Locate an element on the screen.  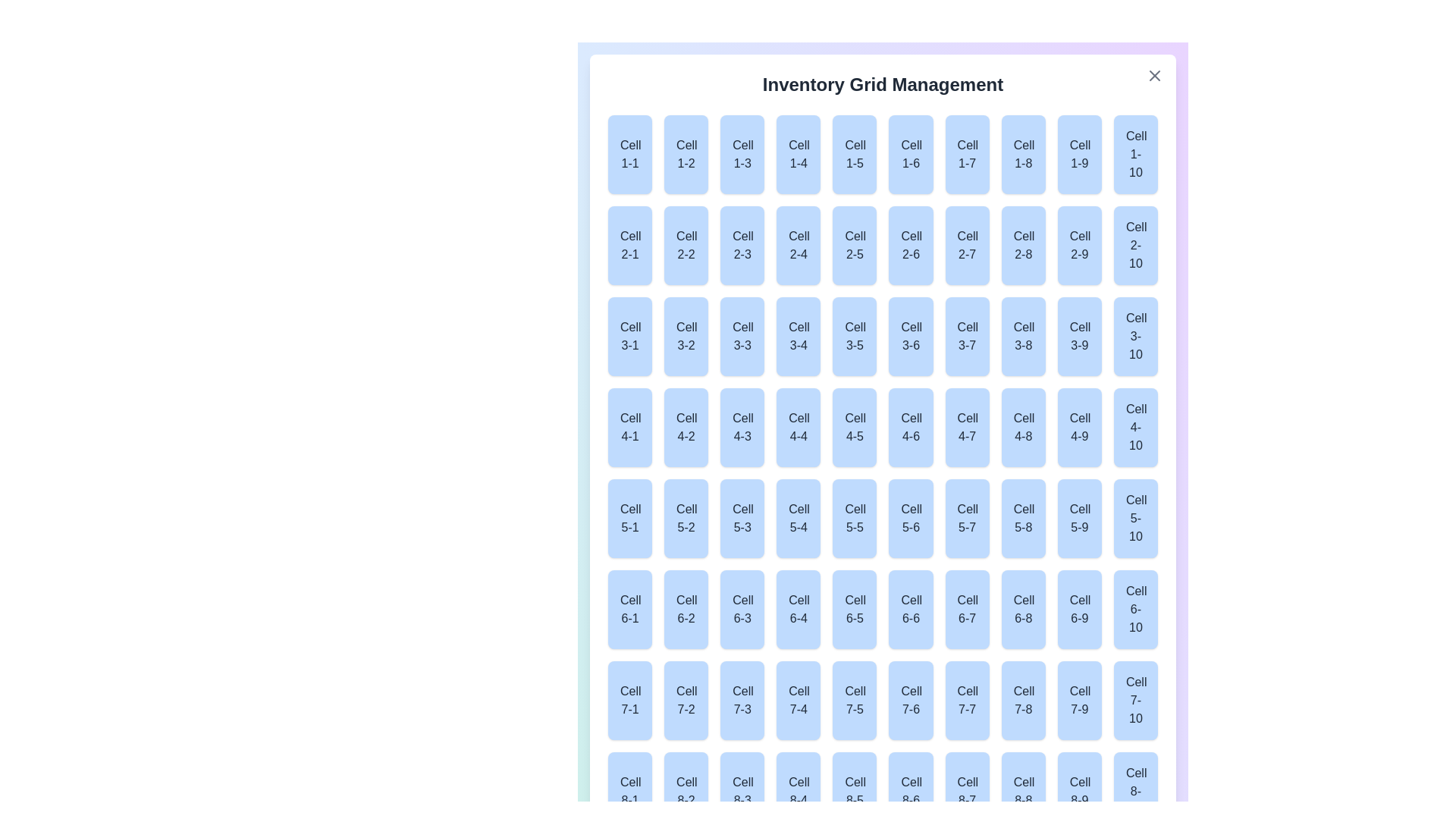
close button in the top-right corner of the dialog box is located at coordinates (1153, 76).